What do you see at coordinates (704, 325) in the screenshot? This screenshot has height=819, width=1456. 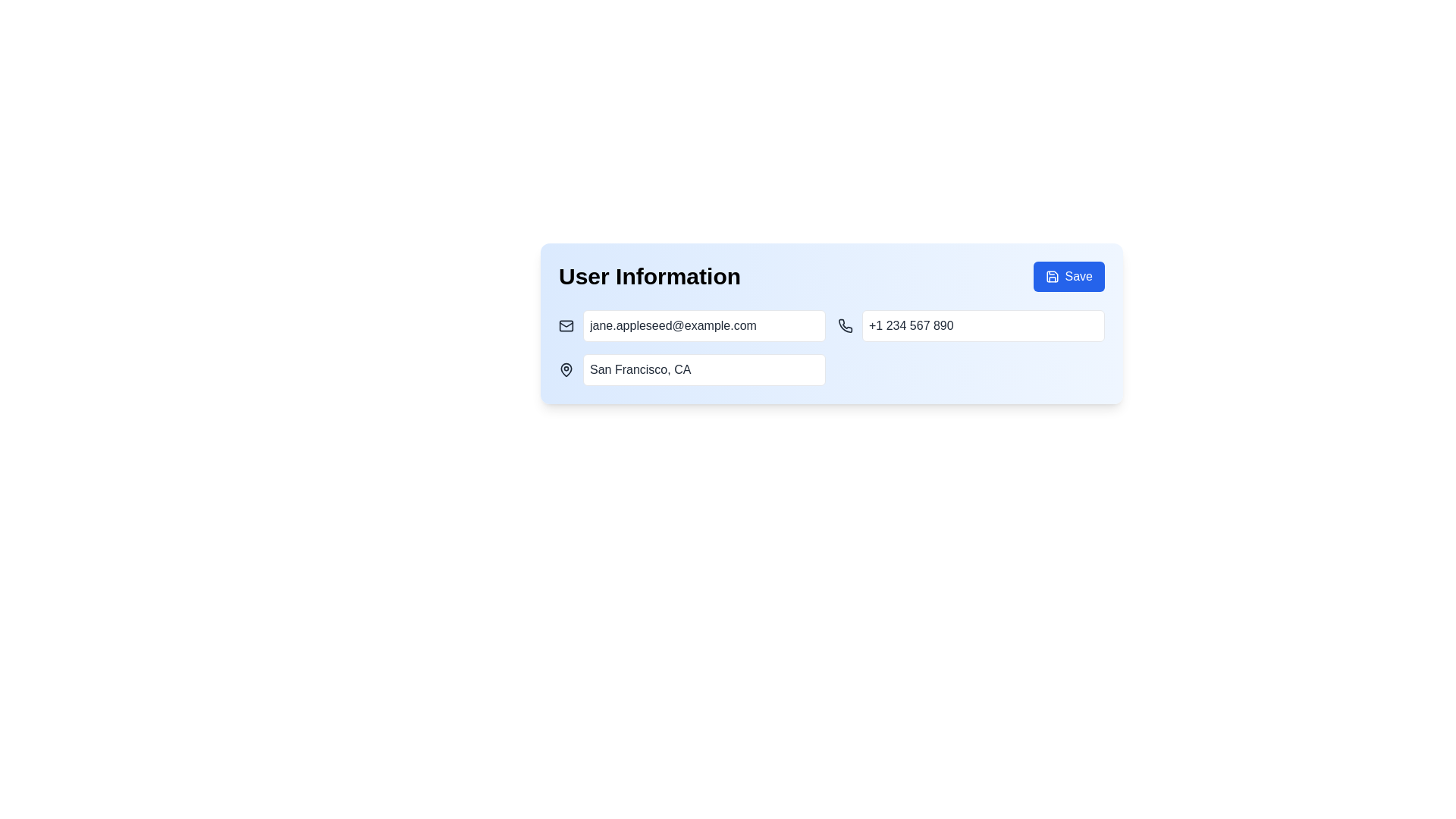 I see `the email input field` at bounding box center [704, 325].